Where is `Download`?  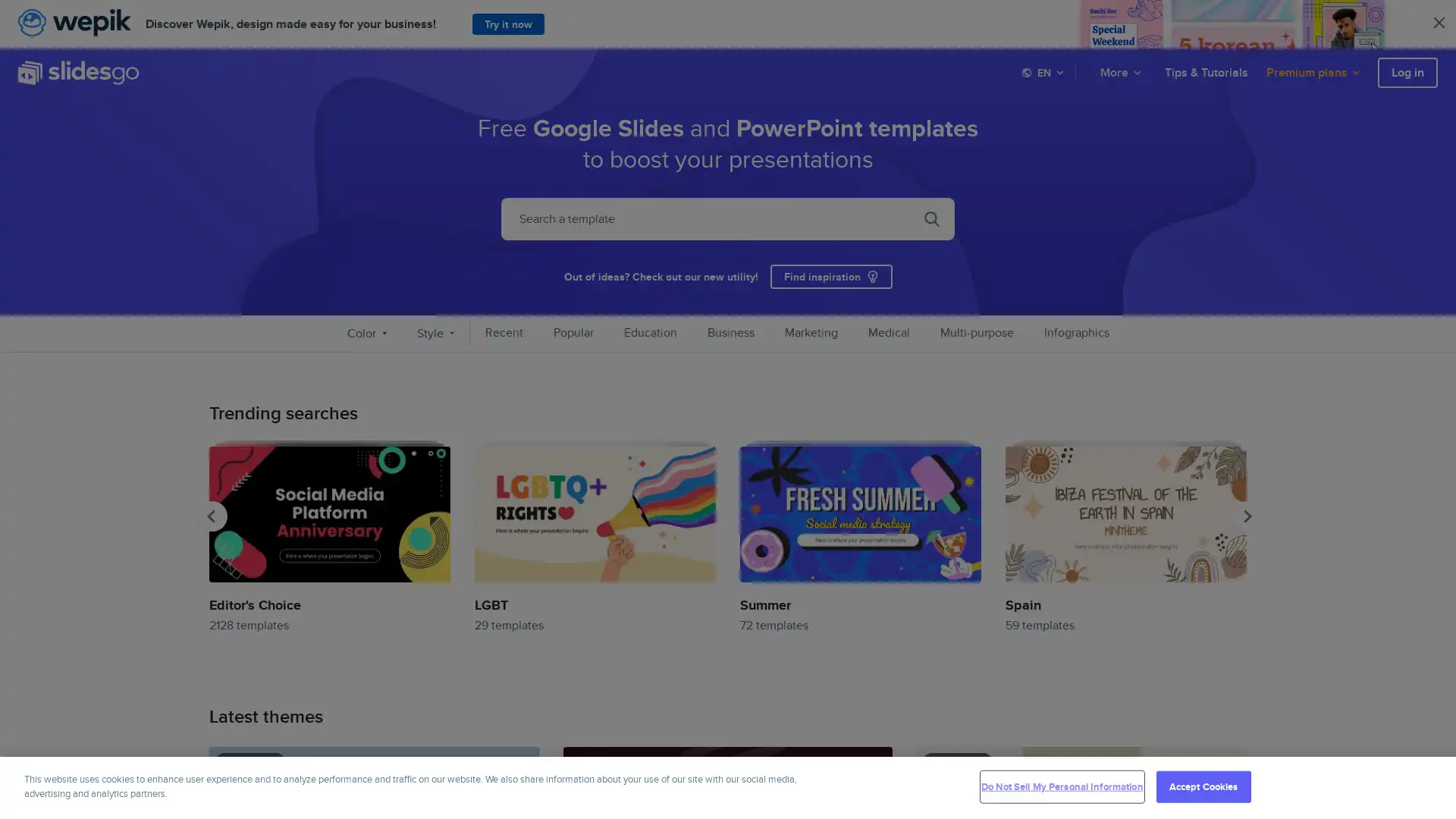 Download is located at coordinates (1230, 786).